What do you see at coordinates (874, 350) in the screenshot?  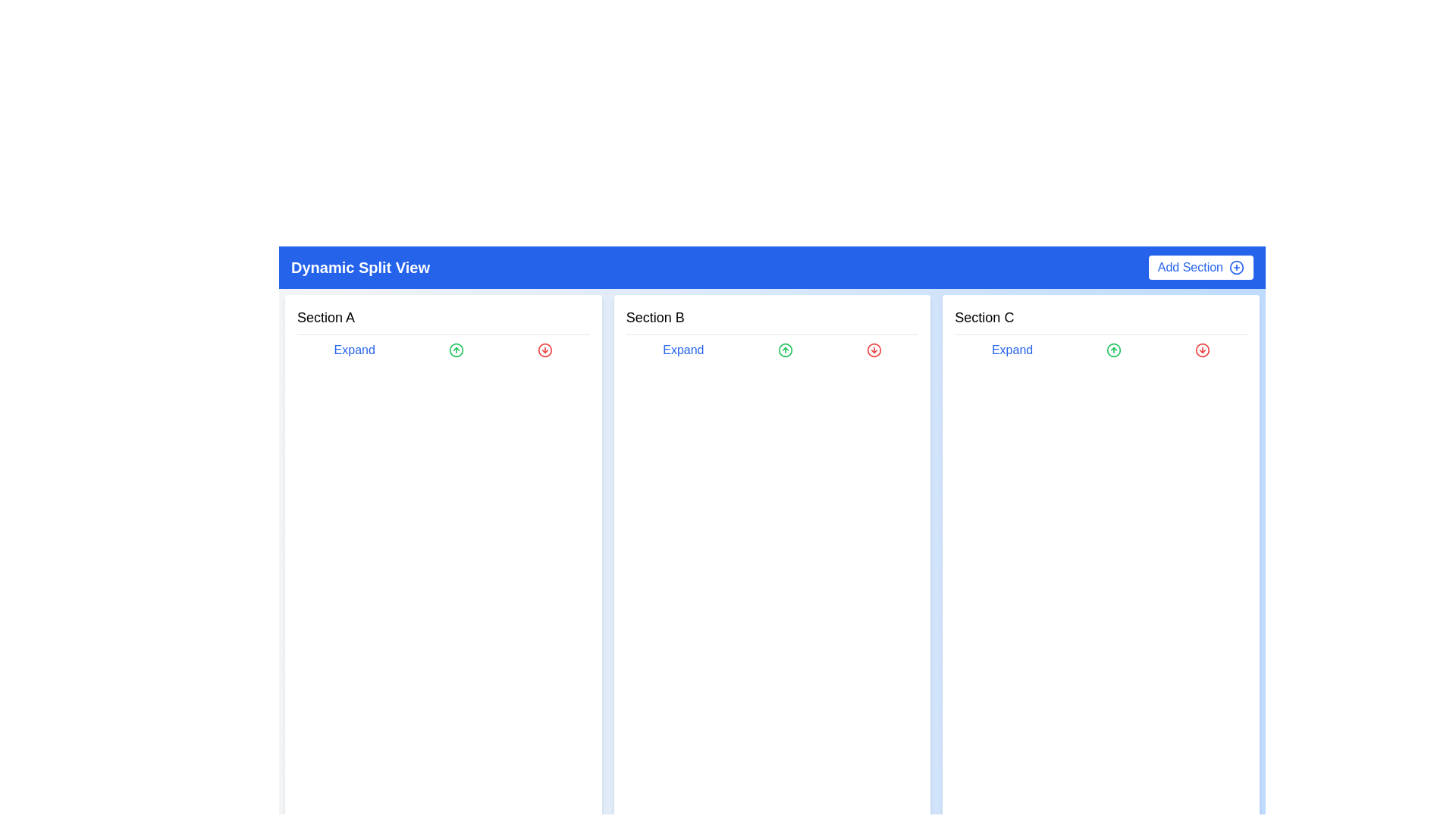 I see `the red circular icon in 'Section B'` at bounding box center [874, 350].